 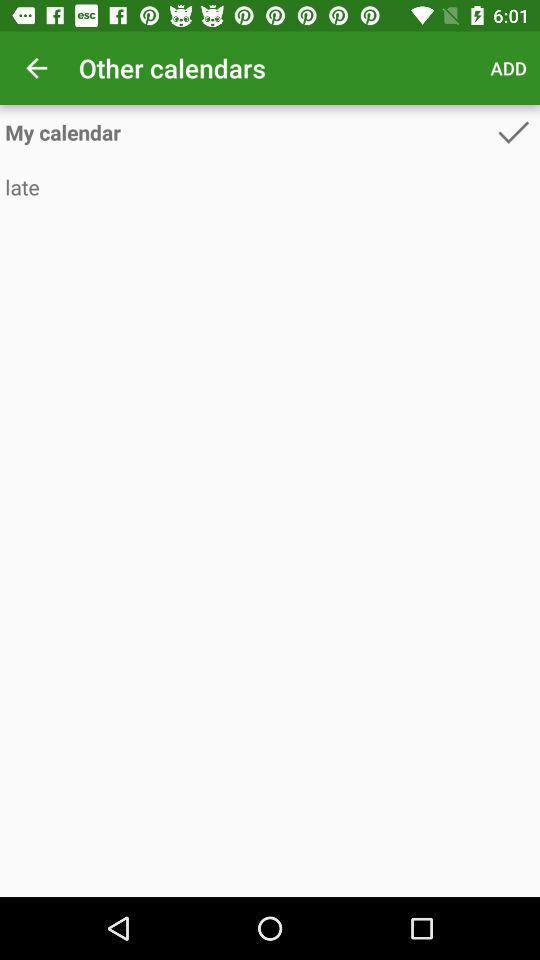 I want to click on the item above the late icon, so click(x=513, y=131).